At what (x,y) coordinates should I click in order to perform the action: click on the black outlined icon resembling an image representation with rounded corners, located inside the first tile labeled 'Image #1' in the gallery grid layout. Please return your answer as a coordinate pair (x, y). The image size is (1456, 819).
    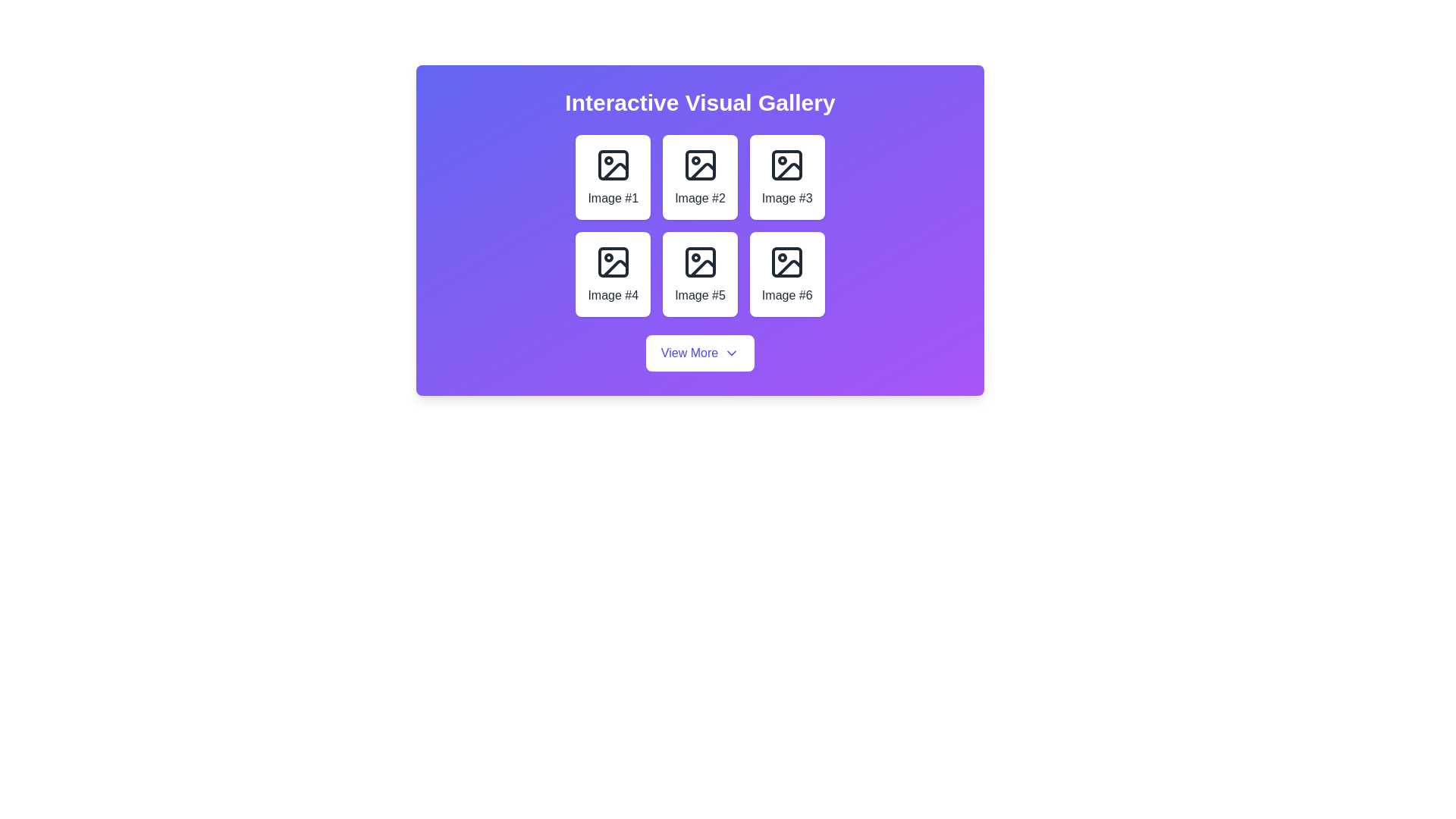
    Looking at the image, I should click on (613, 165).